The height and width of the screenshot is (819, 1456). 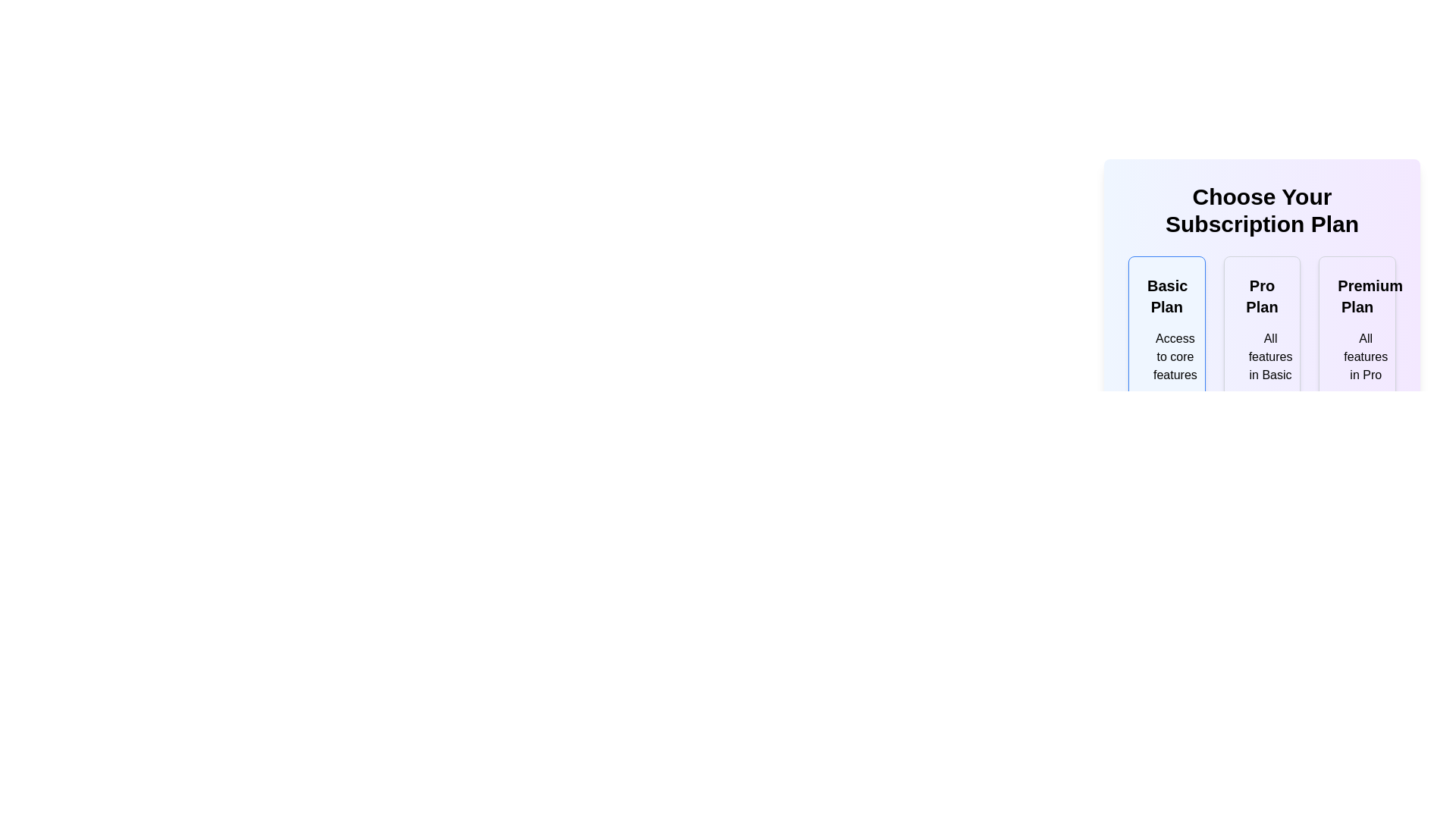 I want to click on attributes of the checkmark icon indicating approval for the 'Basic Plan' subscription, located to the left of the 'Access to core features' text, so click(x=1156, y=358).